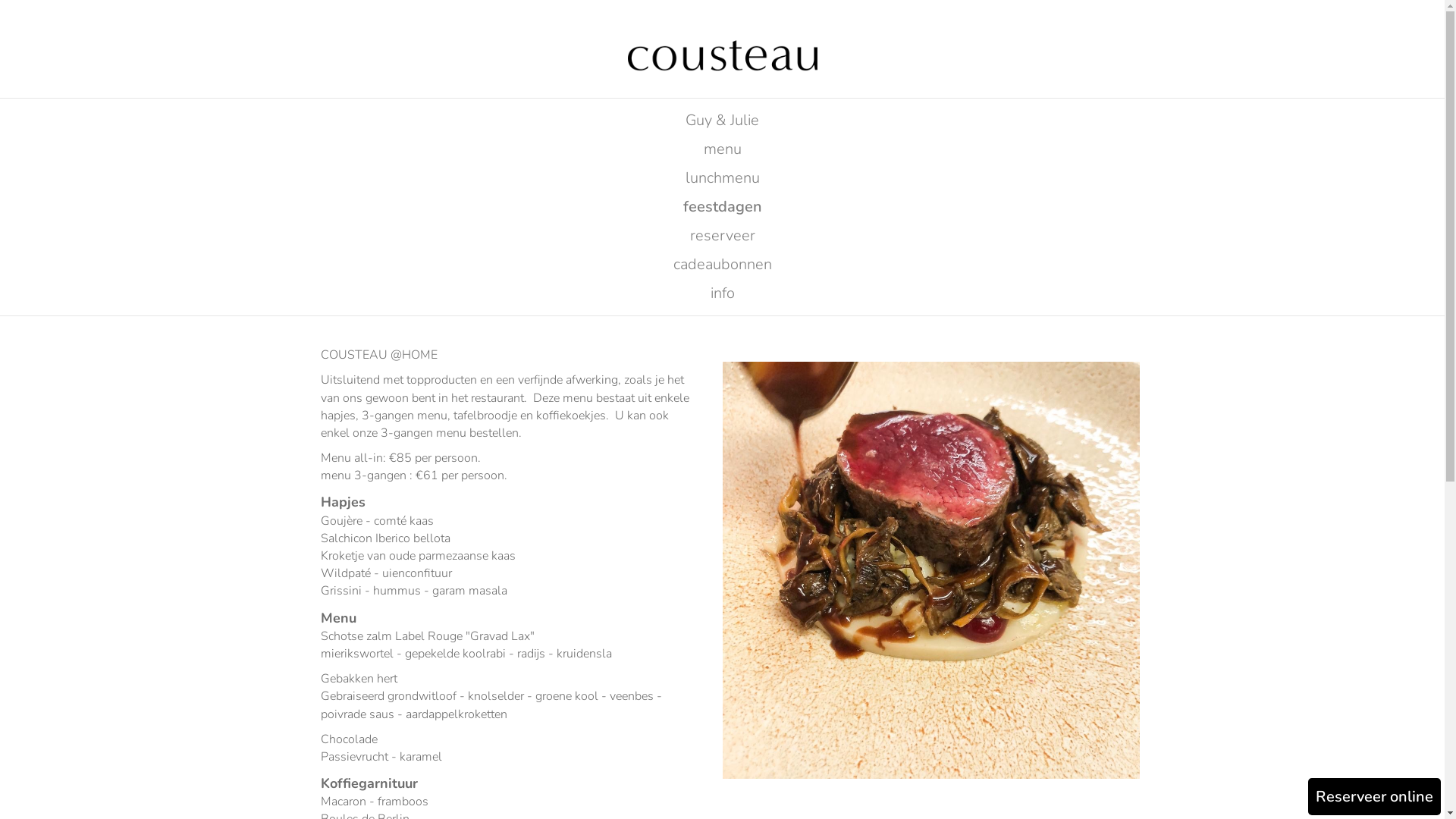  I want to click on 'Reserveer online', so click(1374, 795).